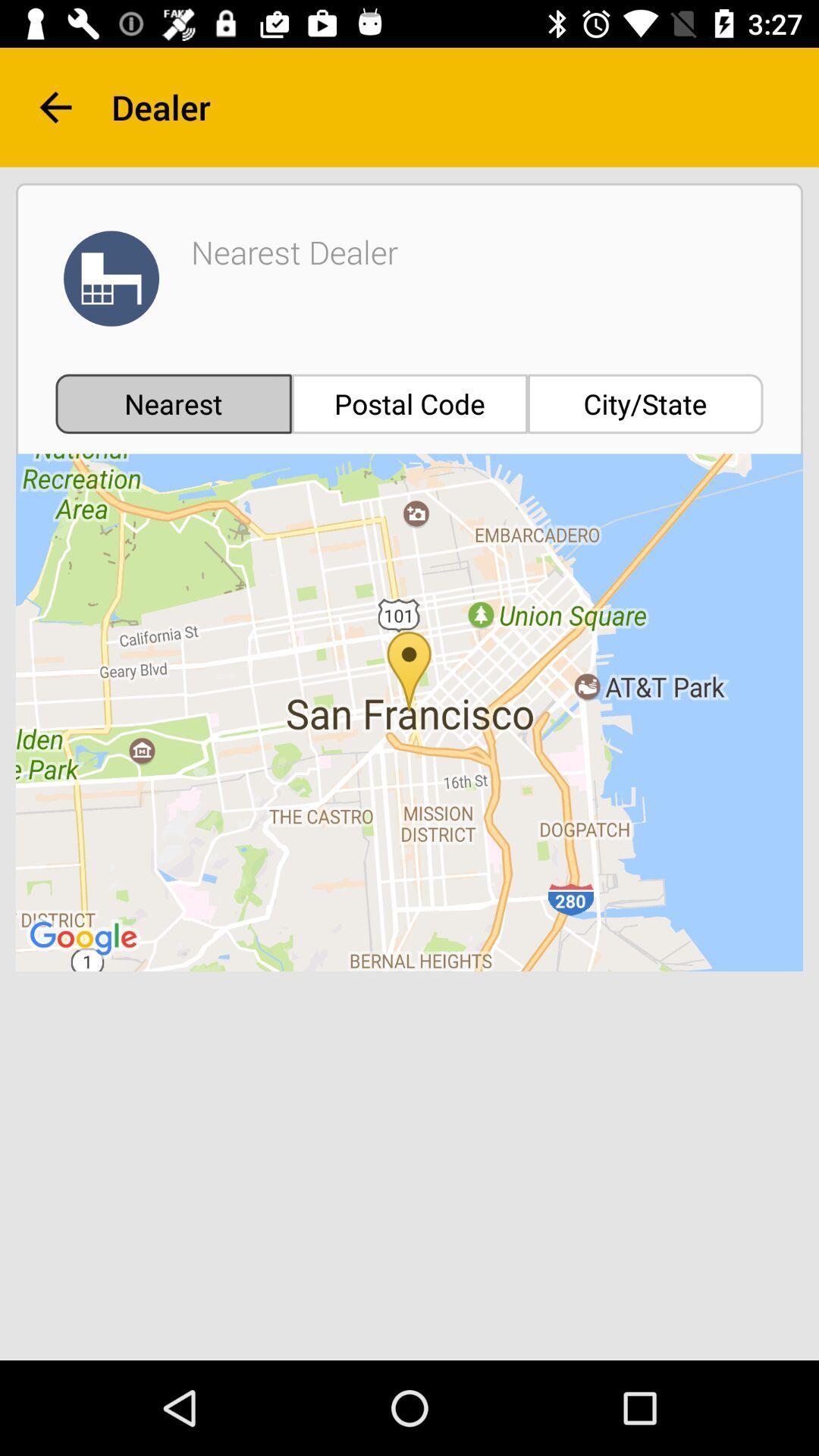  Describe the element at coordinates (55, 106) in the screenshot. I see `the item to the left of the dealer item` at that location.